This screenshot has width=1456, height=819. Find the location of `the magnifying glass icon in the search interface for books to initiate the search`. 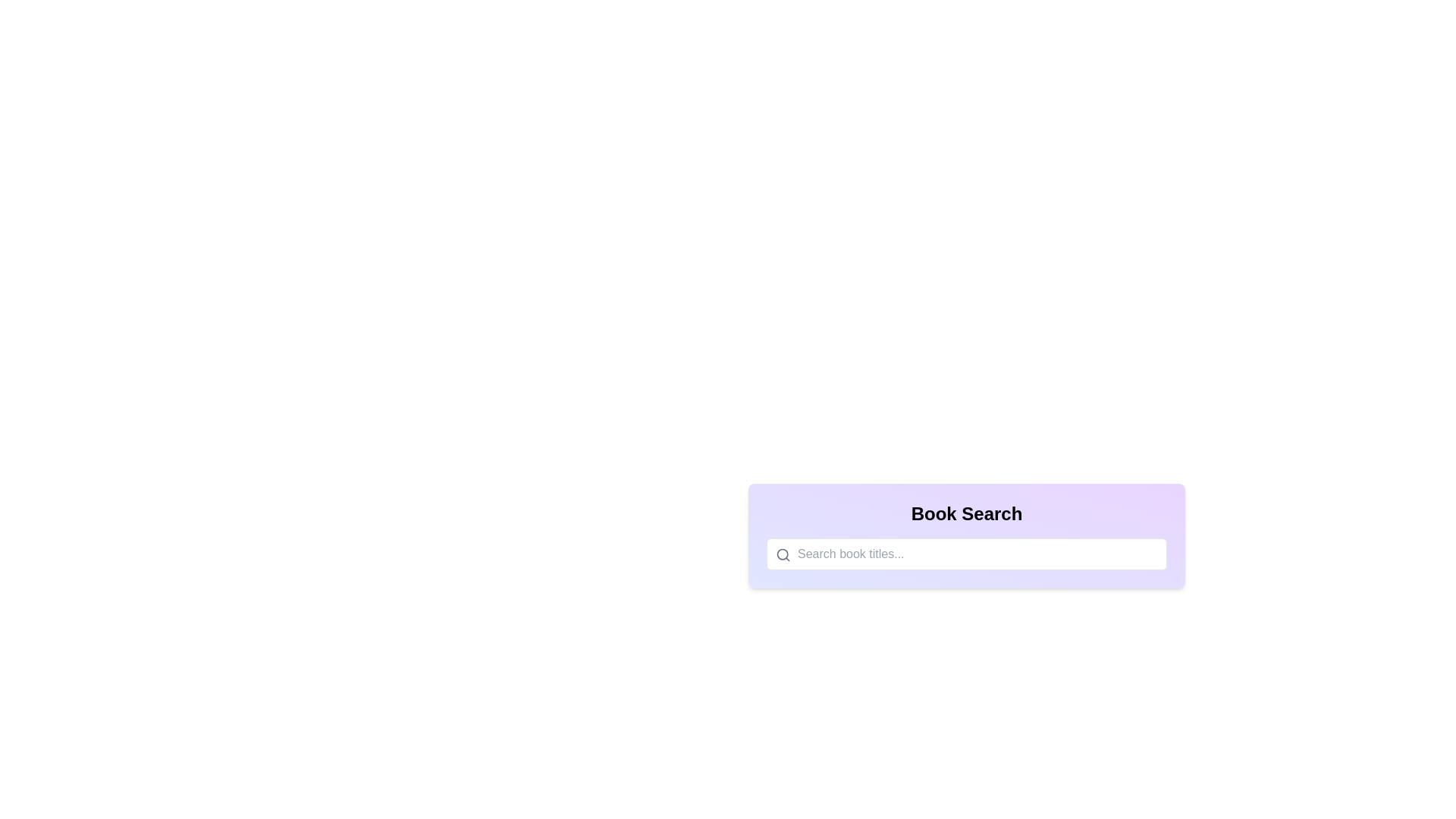

the magnifying glass icon in the search interface for books to initiate the search is located at coordinates (966, 535).